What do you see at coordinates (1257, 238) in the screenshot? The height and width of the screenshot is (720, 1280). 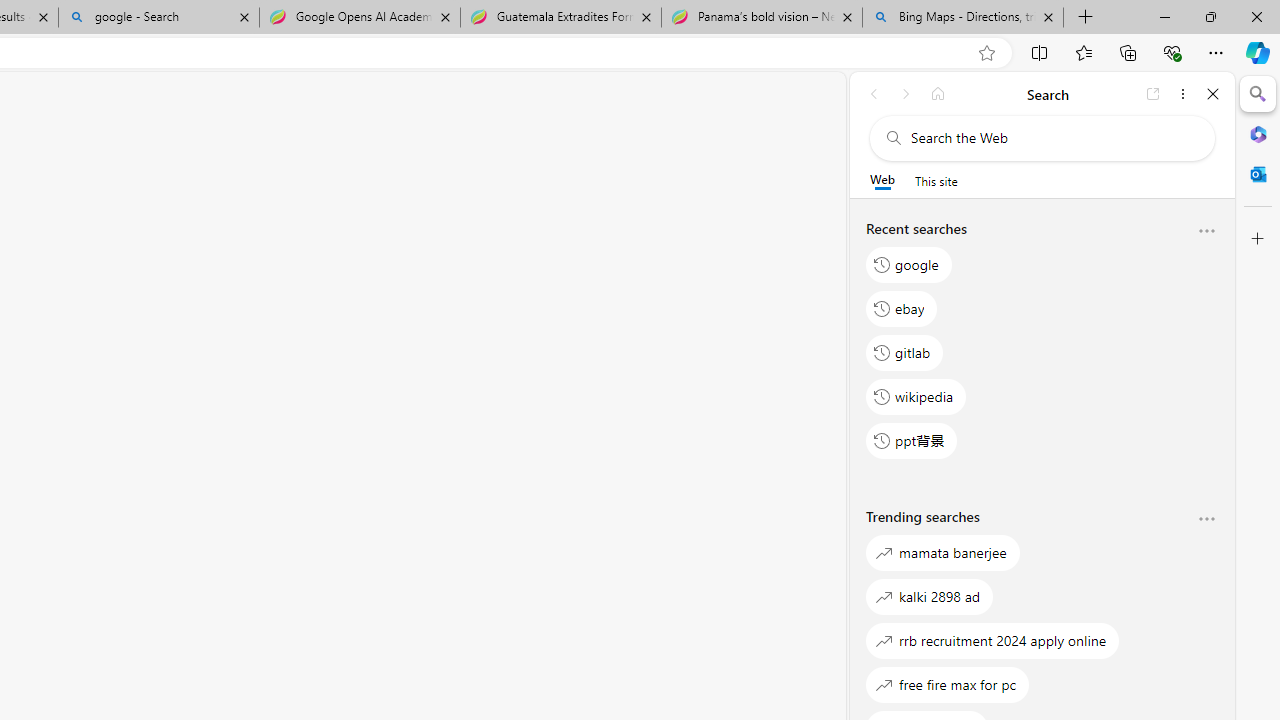 I see `'Customize'` at bounding box center [1257, 238].